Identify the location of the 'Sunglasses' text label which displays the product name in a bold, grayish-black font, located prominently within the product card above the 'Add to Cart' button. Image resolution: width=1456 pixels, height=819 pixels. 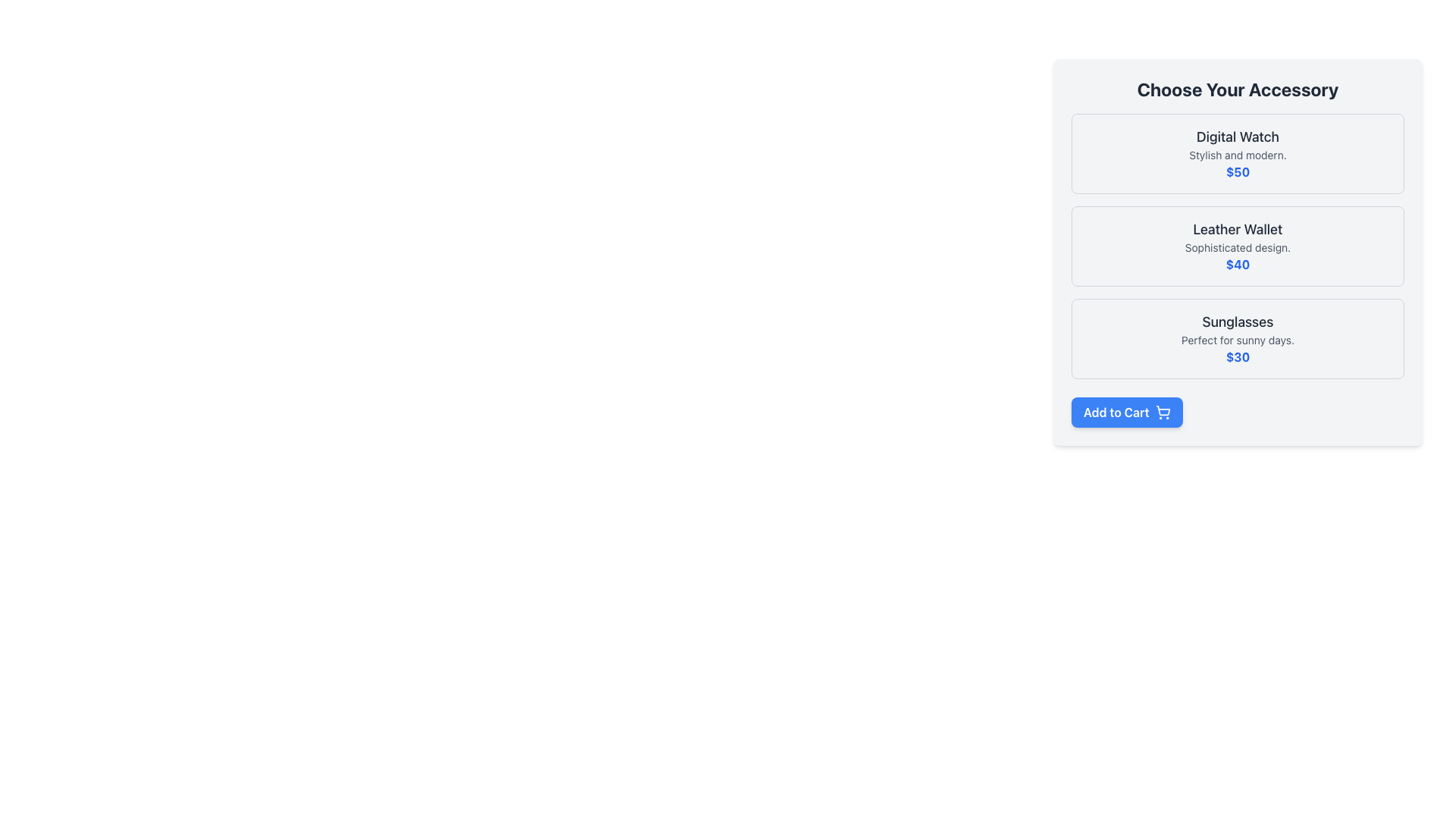
(1238, 321).